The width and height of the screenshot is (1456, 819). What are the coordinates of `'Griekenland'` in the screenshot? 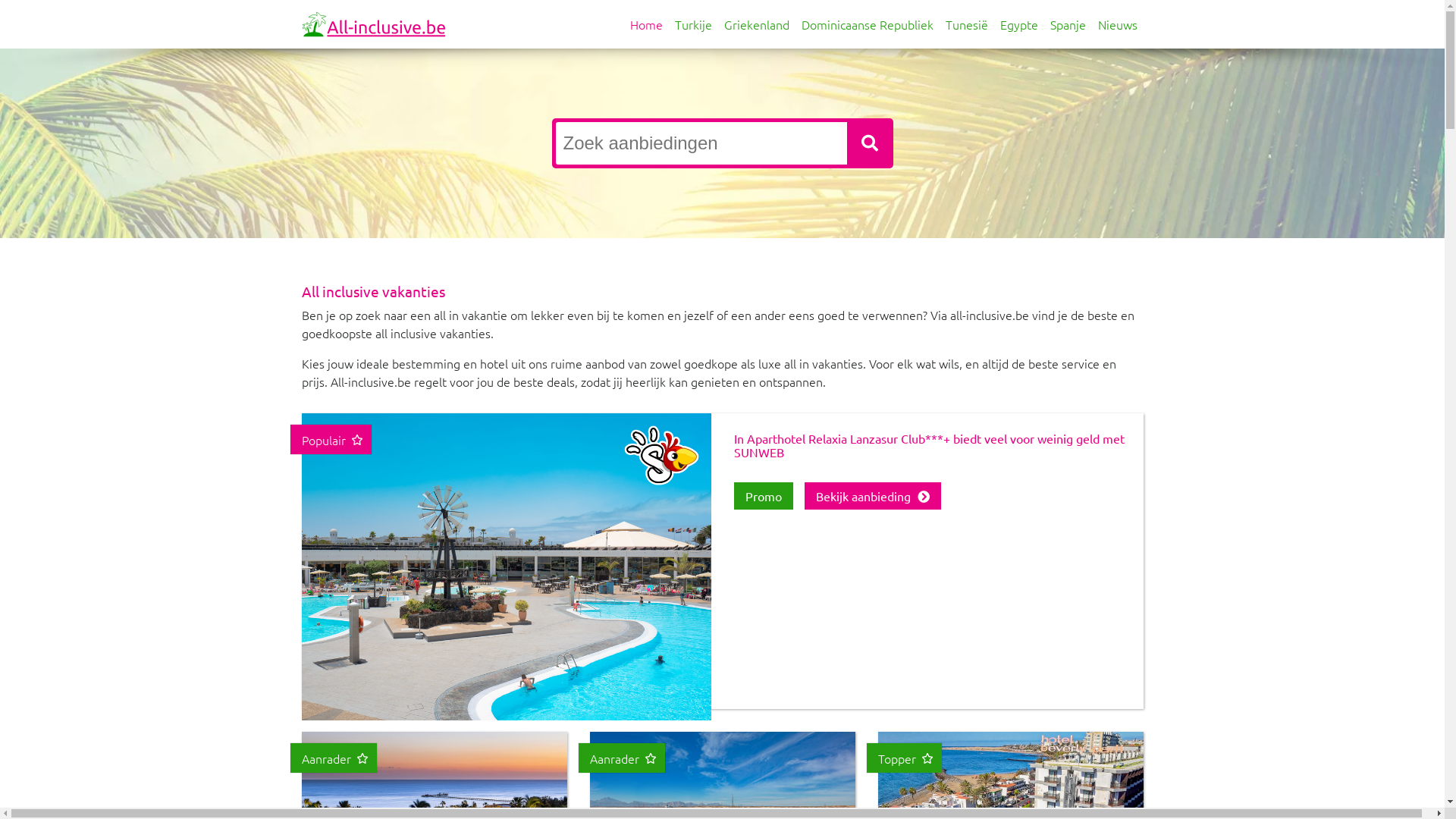 It's located at (756, 24).